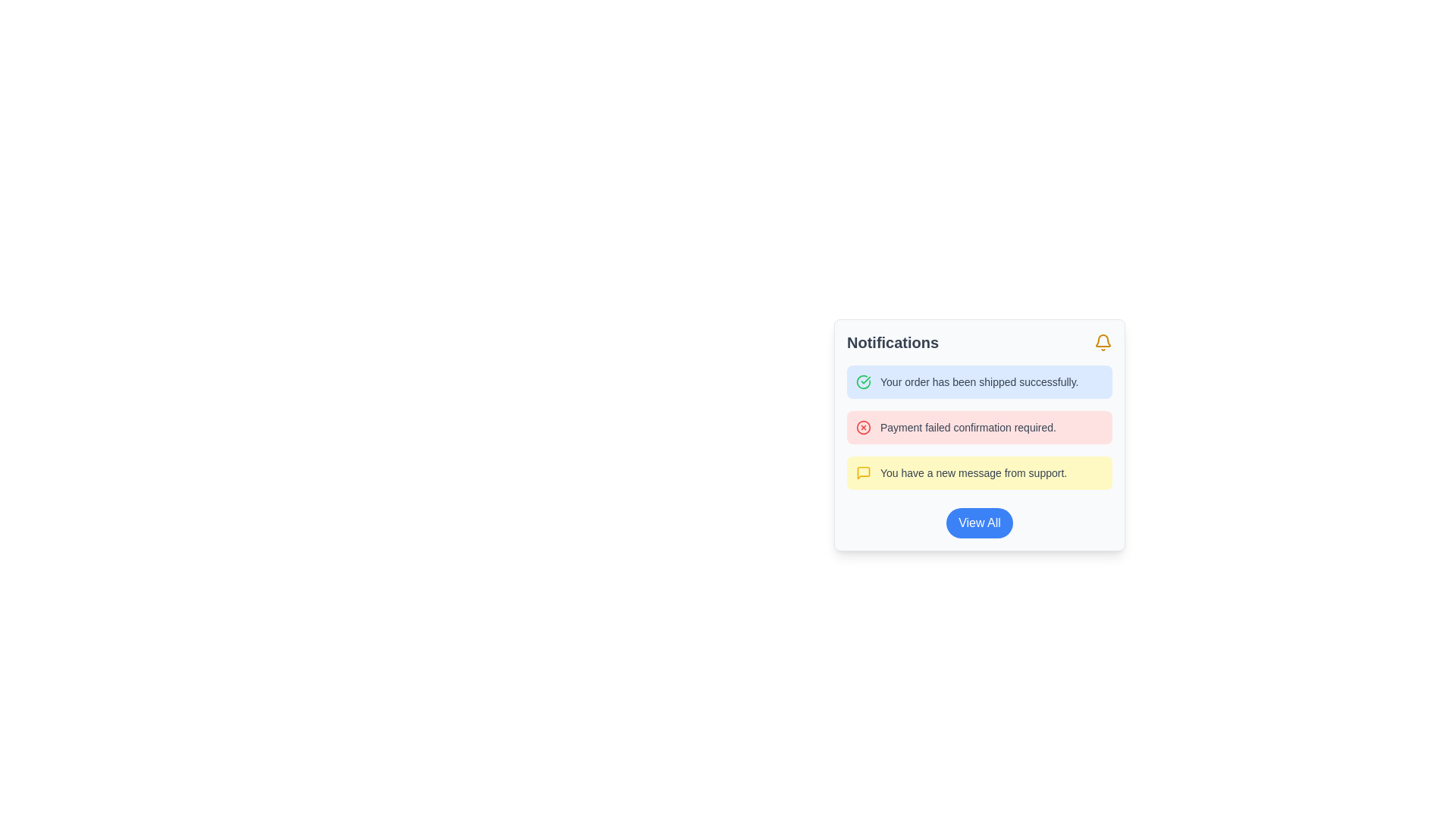  What do you see at coordinates (979, 435) in the screenshot?
I see `the Notification Card that displays user notifications, categorized into individual messages with icons and descriptions, located in a fixed modal window below the header labeled 'Notifications'` at bounding box center [979, 435].